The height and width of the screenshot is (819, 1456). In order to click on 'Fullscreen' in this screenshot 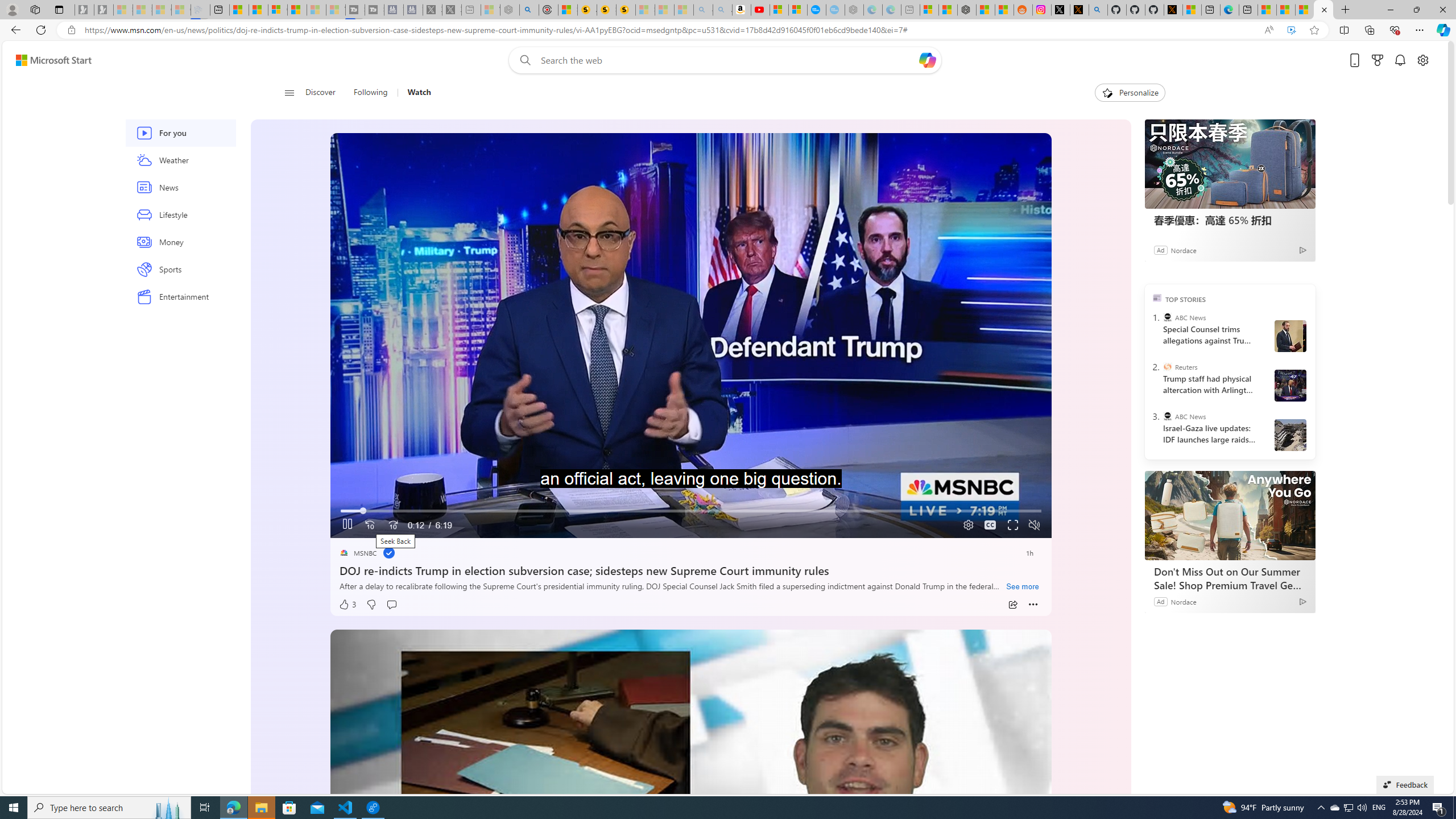, I will do `click(1013, 525)`.